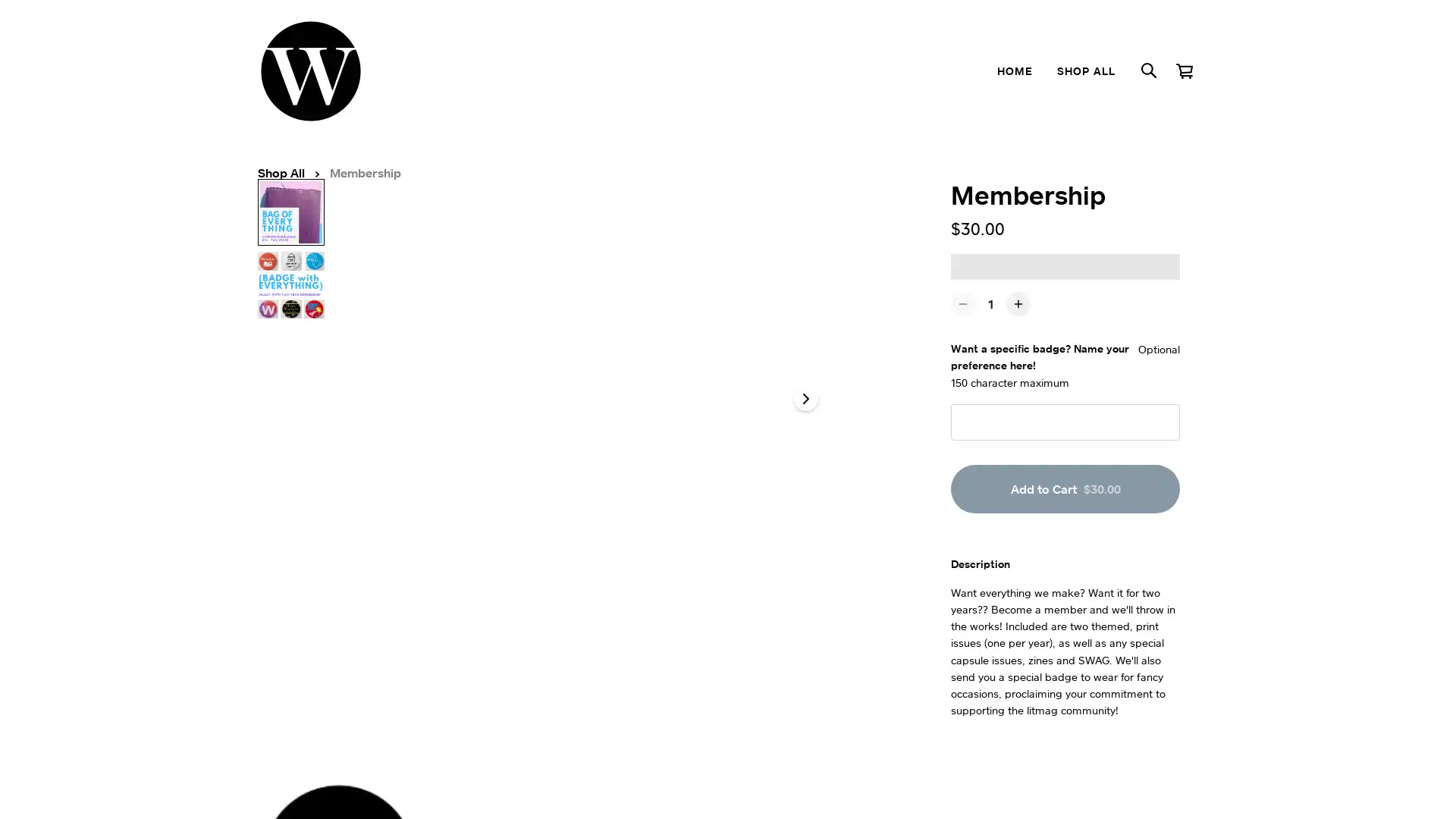  What do you see at coordinates (987, 286) in the screenshot?
I see `Afterpay logo - Opens a dialog` at bounding box center [987, 286].